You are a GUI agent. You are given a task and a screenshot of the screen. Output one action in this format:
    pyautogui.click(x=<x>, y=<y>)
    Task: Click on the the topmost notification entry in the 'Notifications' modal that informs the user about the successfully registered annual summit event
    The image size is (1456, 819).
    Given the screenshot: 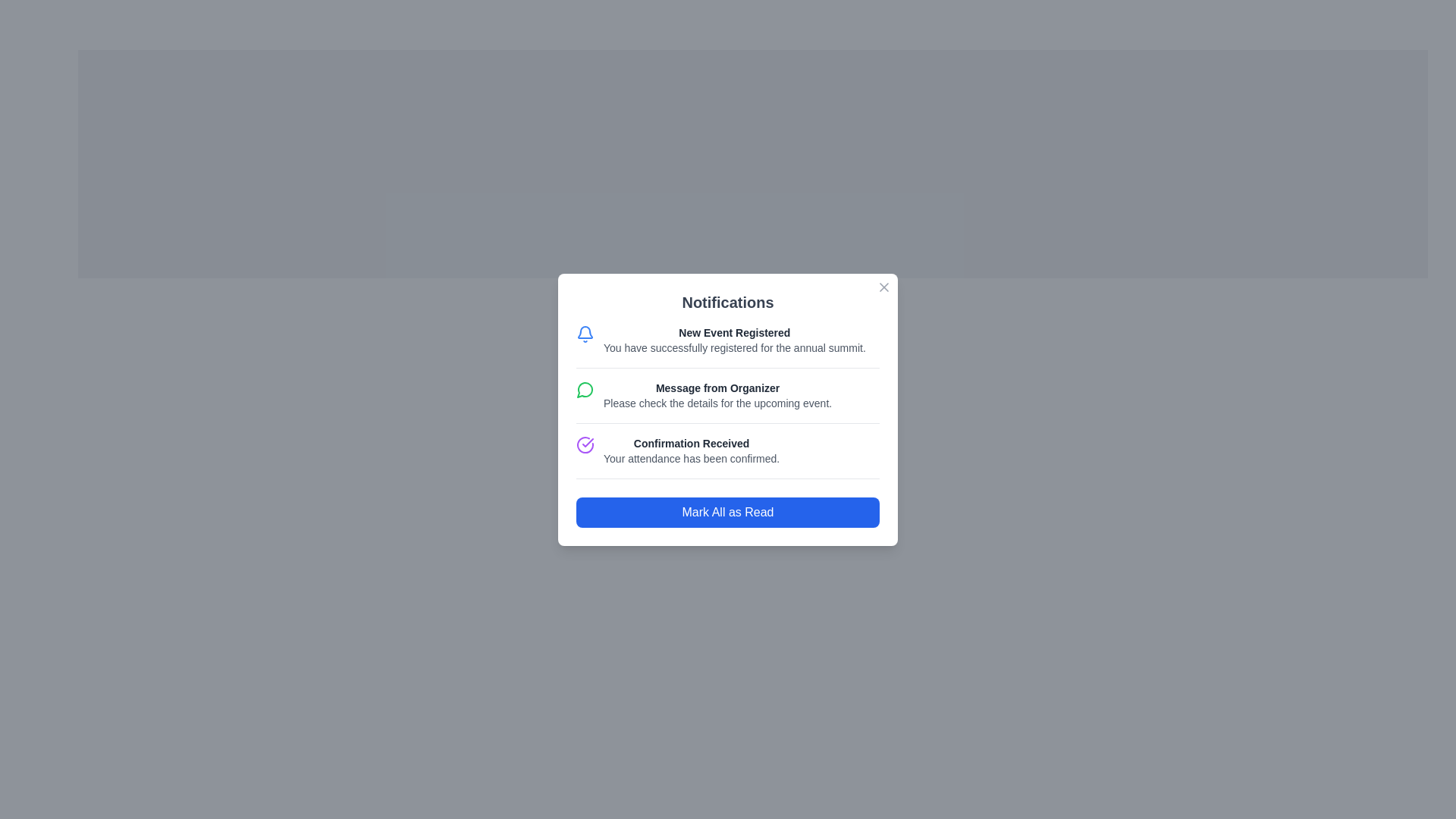 What is the action you would take?
    pyautogui.click(x=734, y=339)
    